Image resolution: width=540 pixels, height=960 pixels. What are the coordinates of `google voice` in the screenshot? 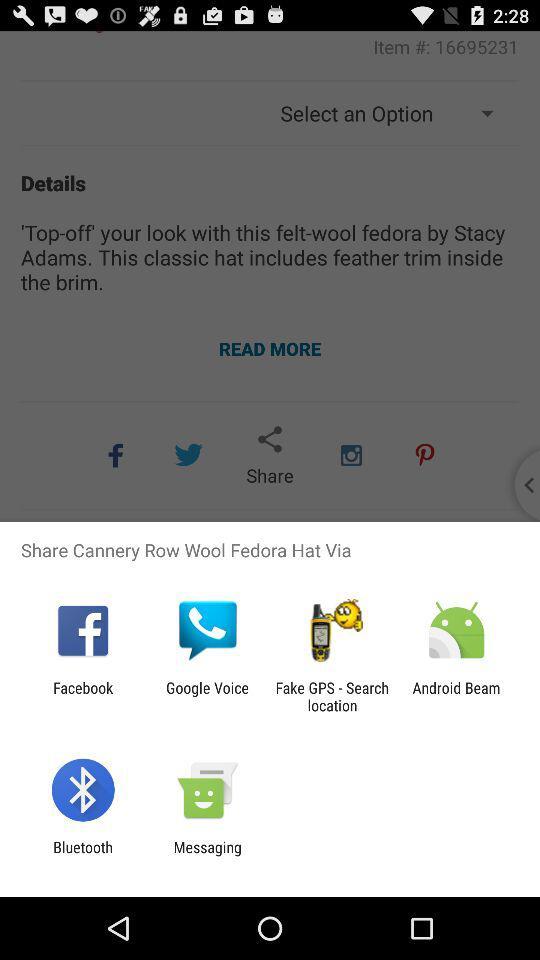 It's located at (206, 696).